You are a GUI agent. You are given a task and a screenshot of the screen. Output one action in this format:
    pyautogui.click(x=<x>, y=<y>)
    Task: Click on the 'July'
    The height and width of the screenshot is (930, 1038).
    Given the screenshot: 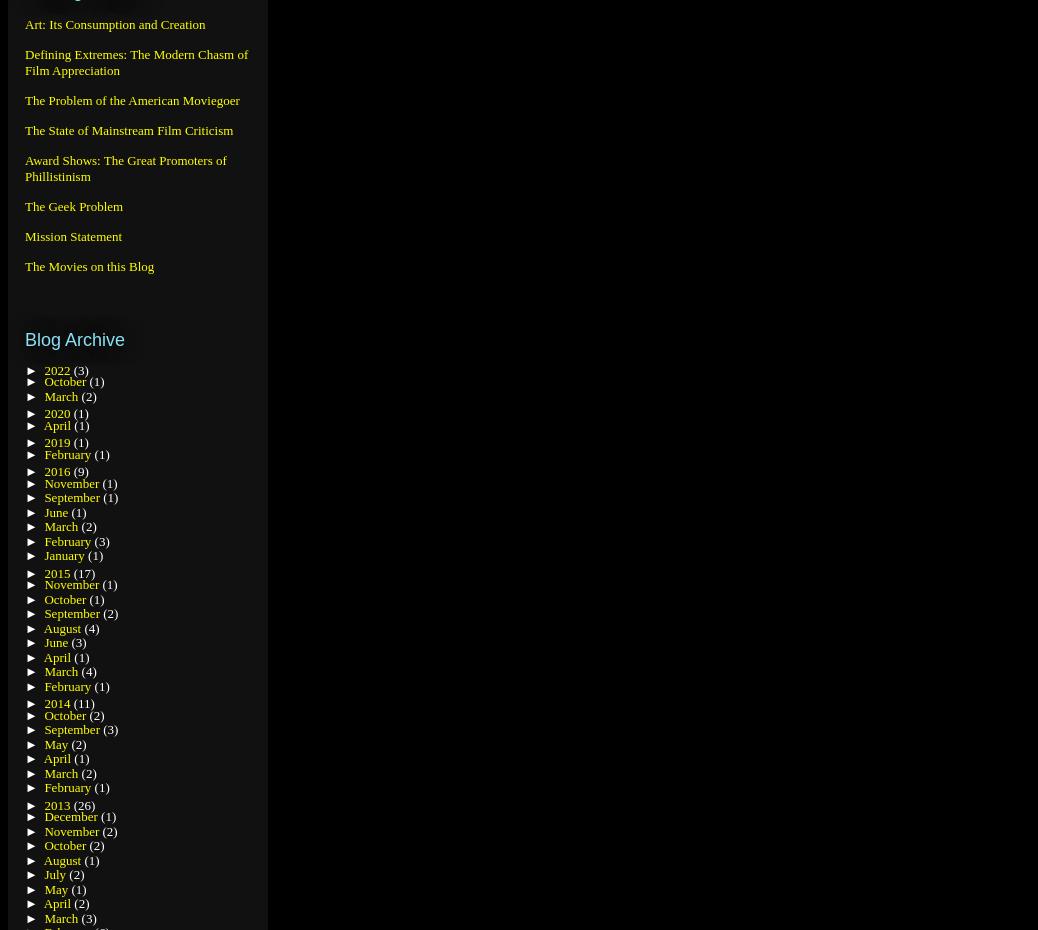 What is the action you would take?
    pyautogui.click(x=55, y=874)
    